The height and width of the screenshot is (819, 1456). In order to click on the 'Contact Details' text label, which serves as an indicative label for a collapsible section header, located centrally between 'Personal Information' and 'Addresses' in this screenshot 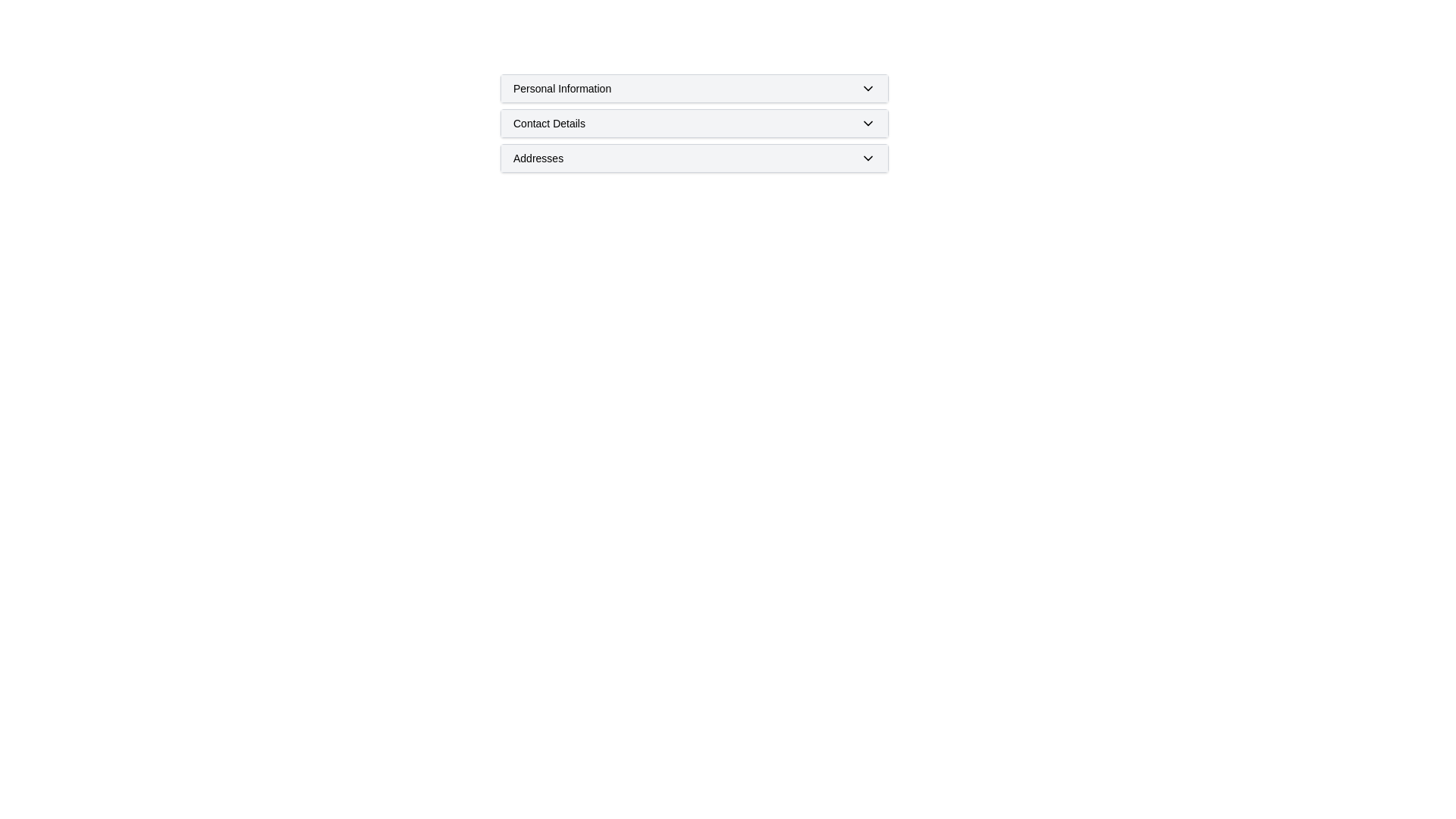, I will do `click(548, 122)`.